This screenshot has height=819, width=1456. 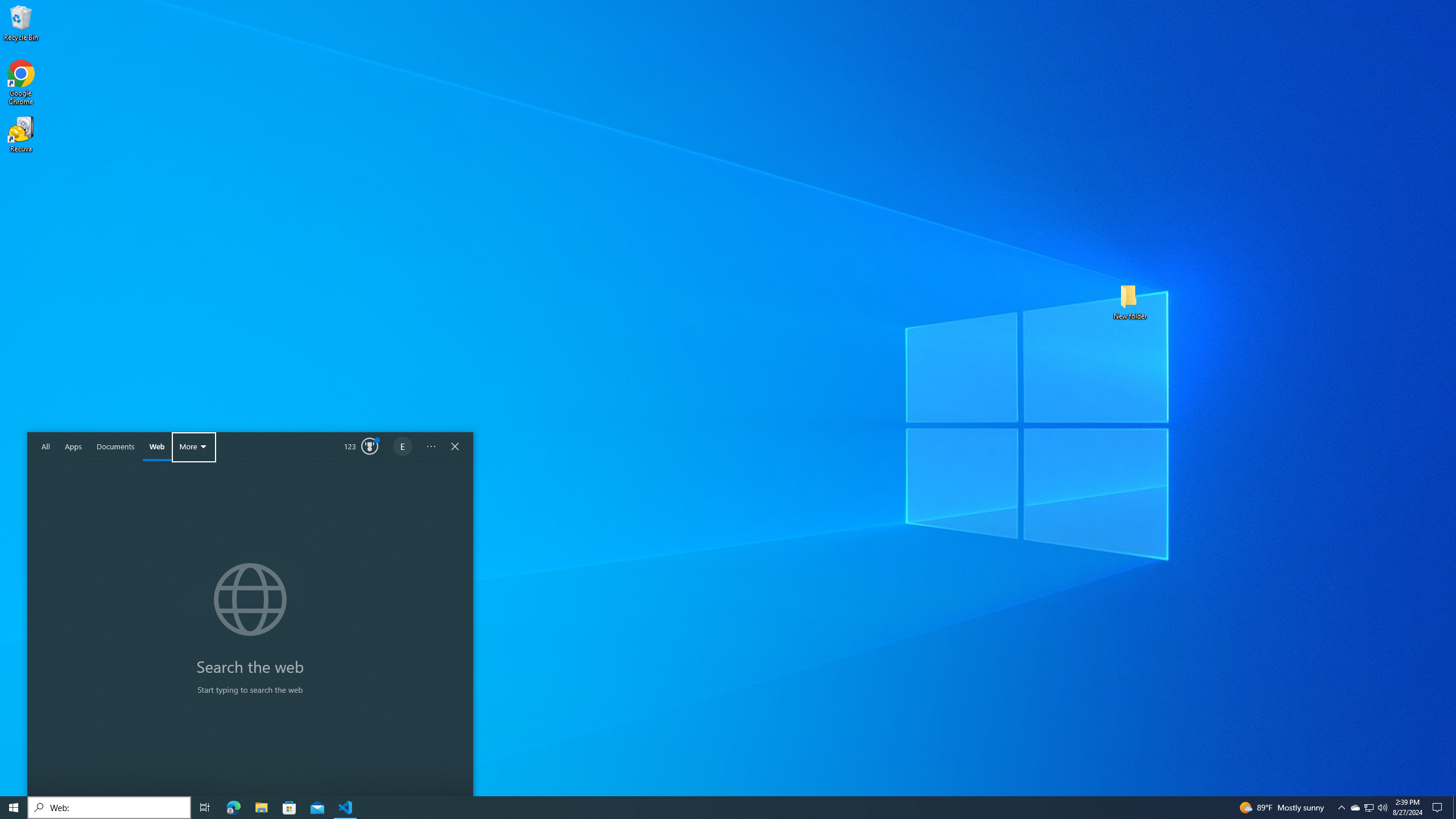 What do you see at coordinates (403, 446) in the screenshot?
I see `'Options'` at bounding box center [403, 446].